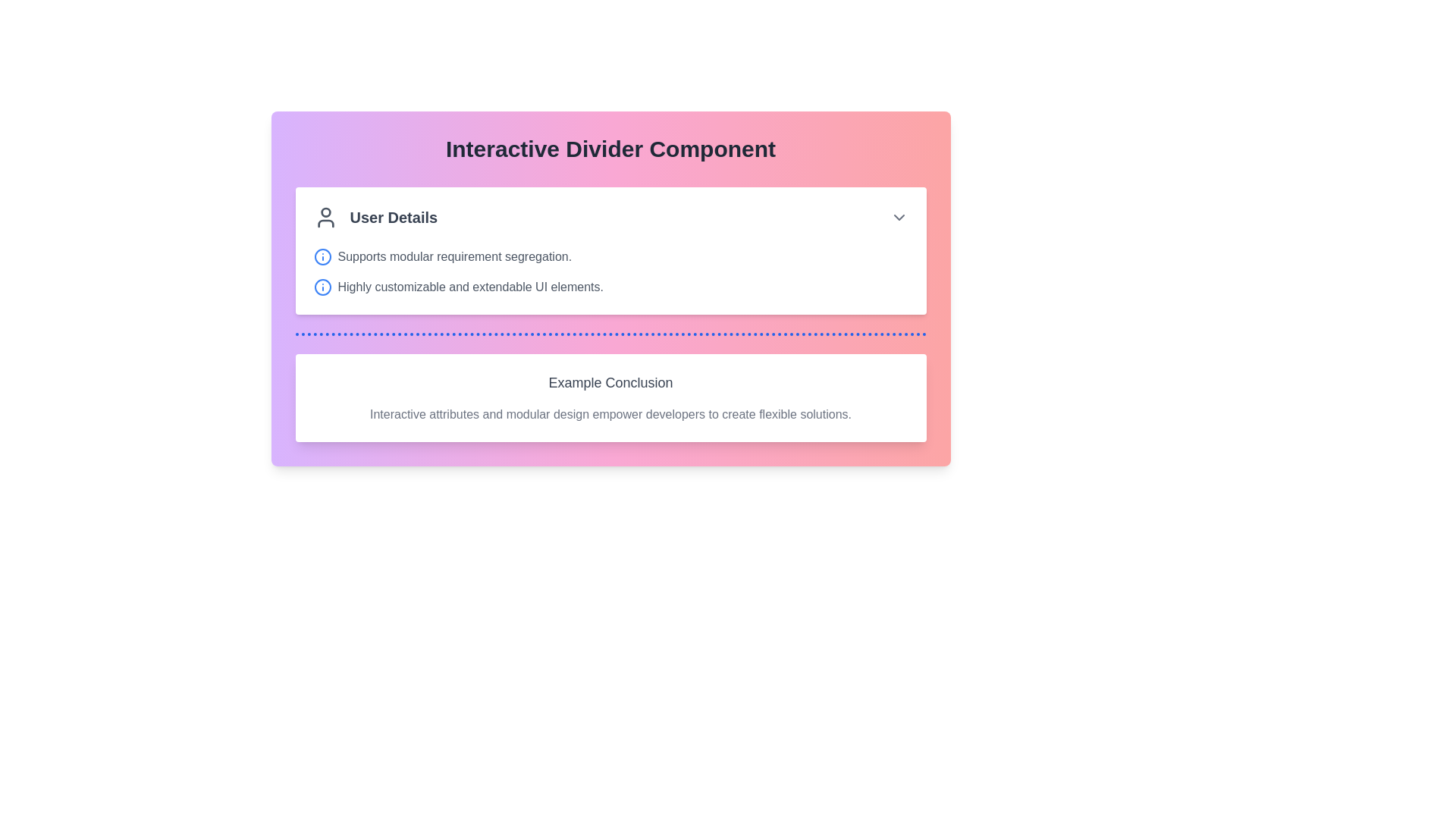 This screenshot has height=819, width=1456. What do you see at coordinates (610, 271) in the screenshot?
I see `the descriptive information associated with the second descriptive text element located beneath the title 'User Details' in the main content area` at bounding box center [610, 271].